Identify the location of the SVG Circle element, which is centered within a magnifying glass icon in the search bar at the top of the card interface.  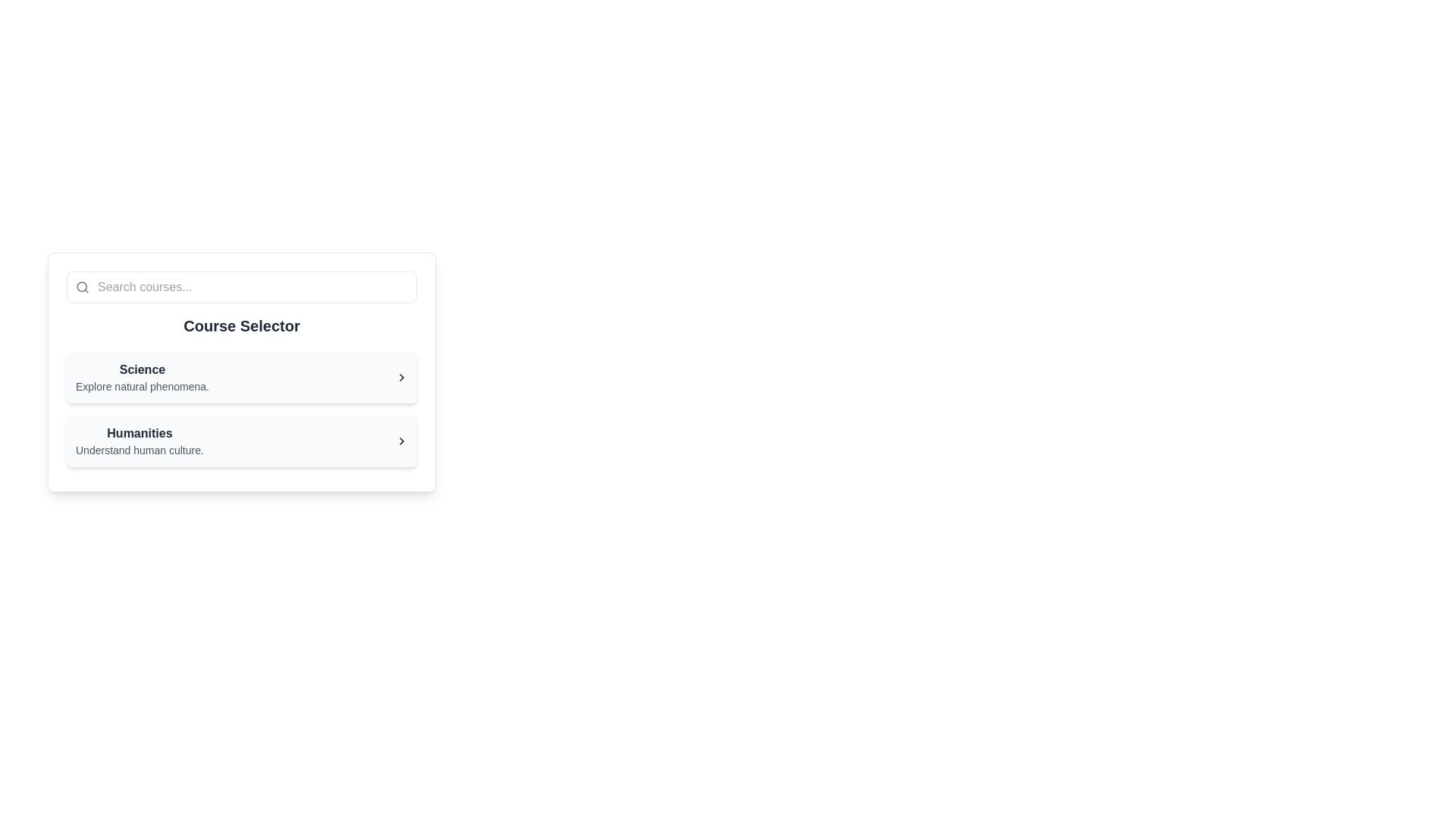
(81, 287).